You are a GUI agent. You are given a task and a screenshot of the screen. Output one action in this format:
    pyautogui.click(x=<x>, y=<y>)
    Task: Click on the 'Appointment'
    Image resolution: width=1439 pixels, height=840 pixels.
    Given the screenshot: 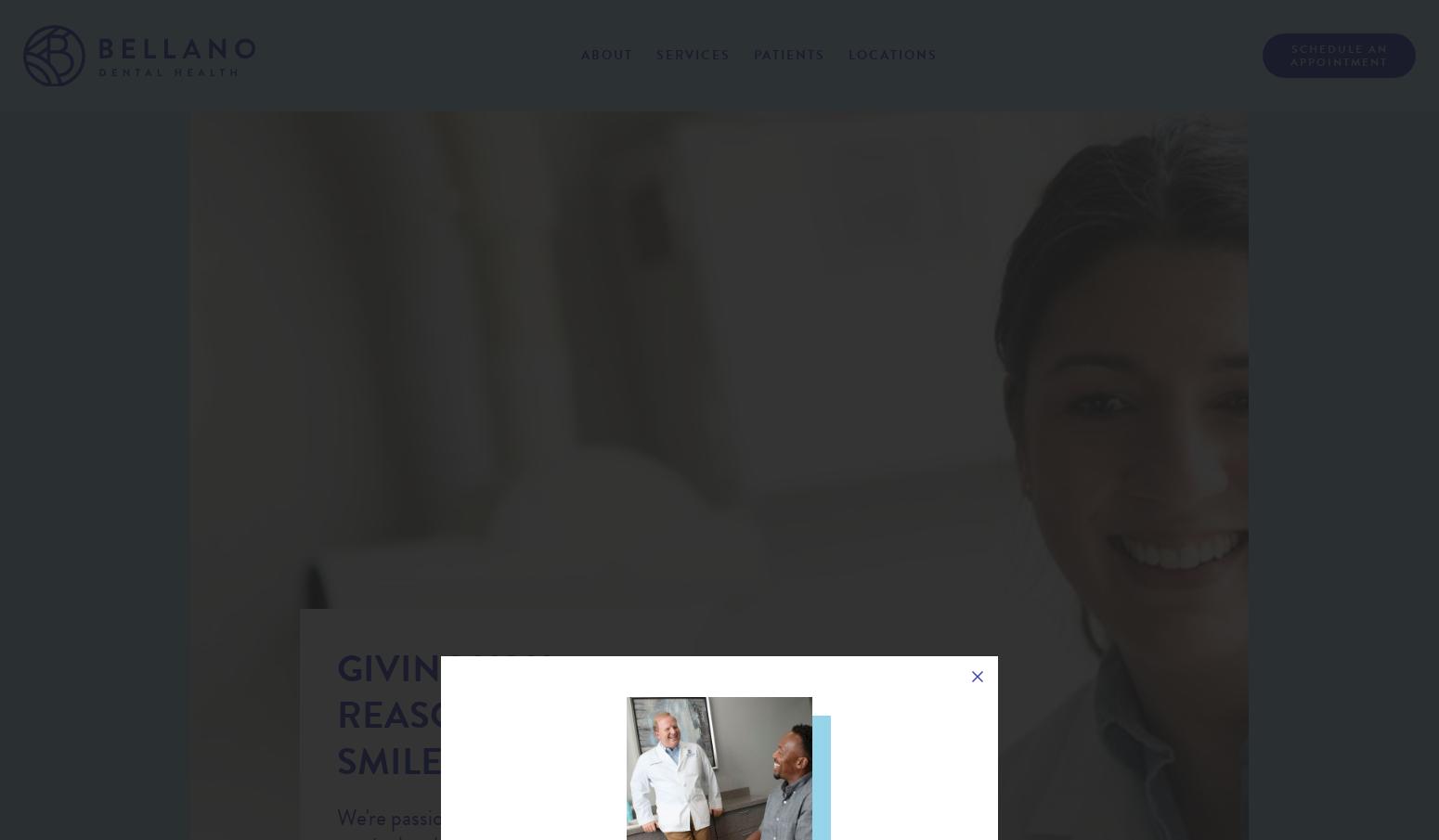 What is the action you would take?
    pyautogui.click(x=1338, y=61)
    